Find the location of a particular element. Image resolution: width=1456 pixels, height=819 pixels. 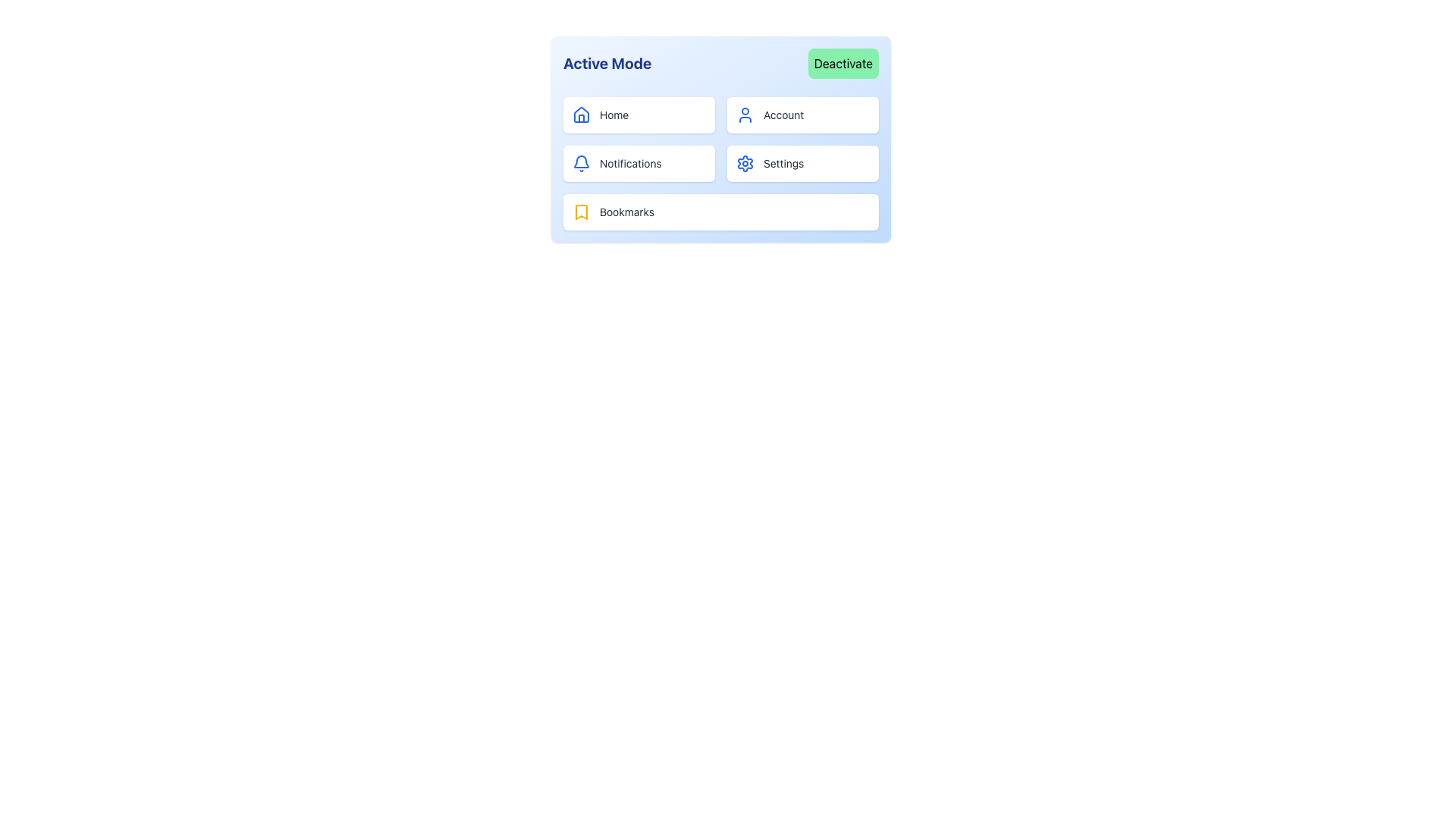

the yellow bookmark icon located to the left of the 'Bookmarks' label within the blue box labeled 'Active Mode' is located at coordinates (581, 212).